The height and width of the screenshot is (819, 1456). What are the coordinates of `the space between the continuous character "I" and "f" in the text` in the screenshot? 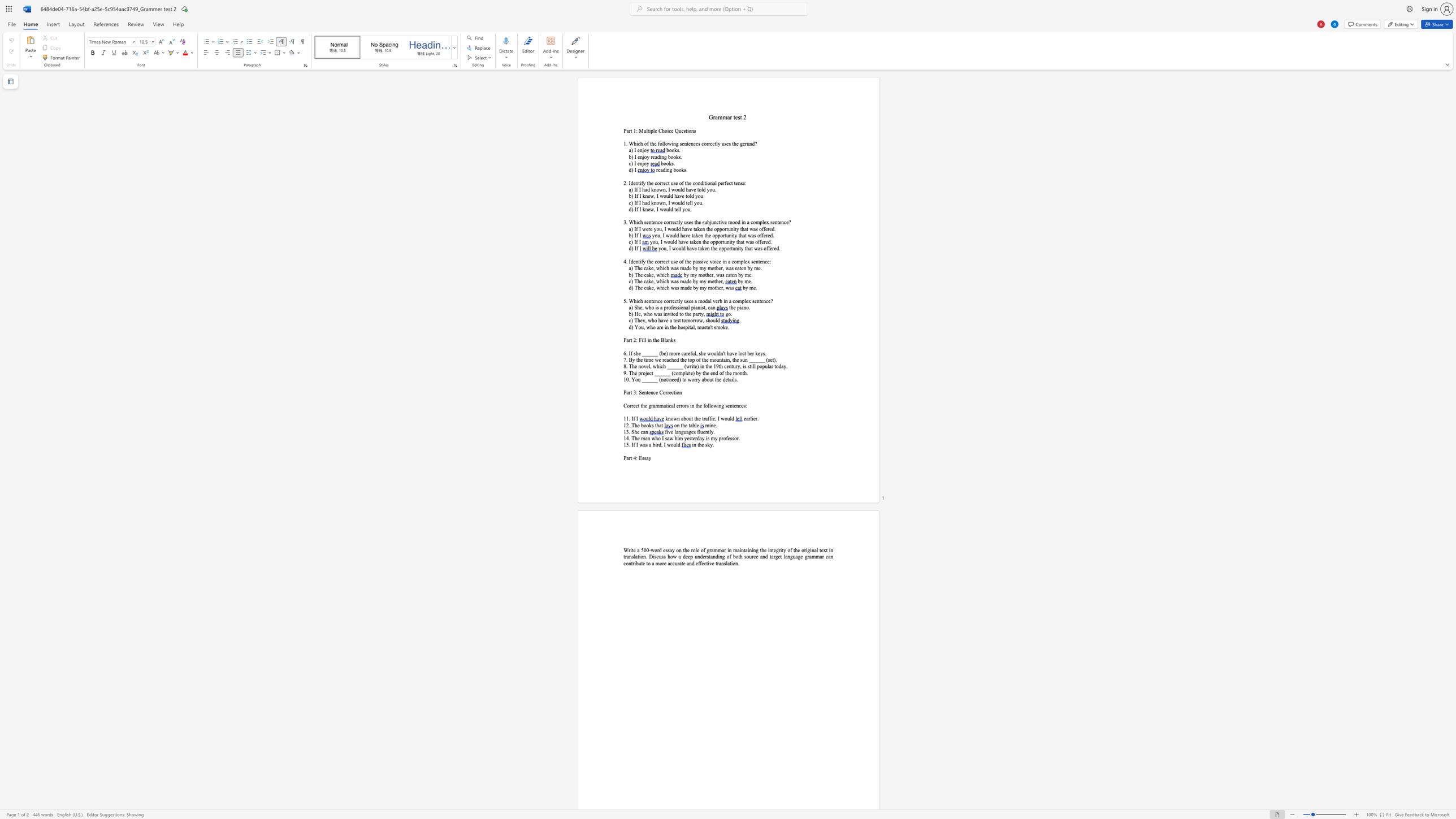 It's located at (636, 235).